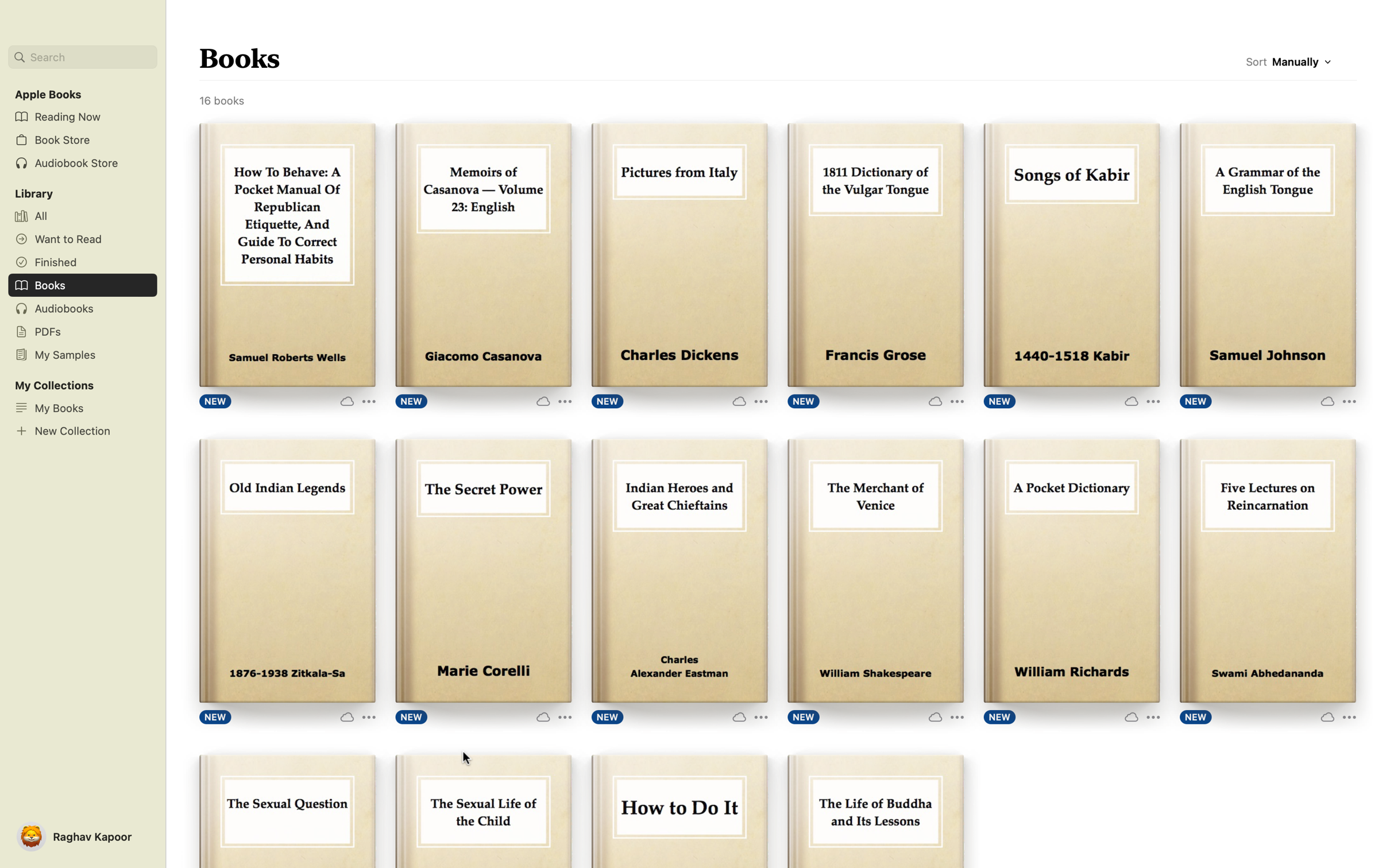 This screenshot has height=868, width=1390. Describe the element at coordinates (748, 715) in the screenshot. I see `the "More Options" button for the book "Indian Heroes" to see additional options` at that location.